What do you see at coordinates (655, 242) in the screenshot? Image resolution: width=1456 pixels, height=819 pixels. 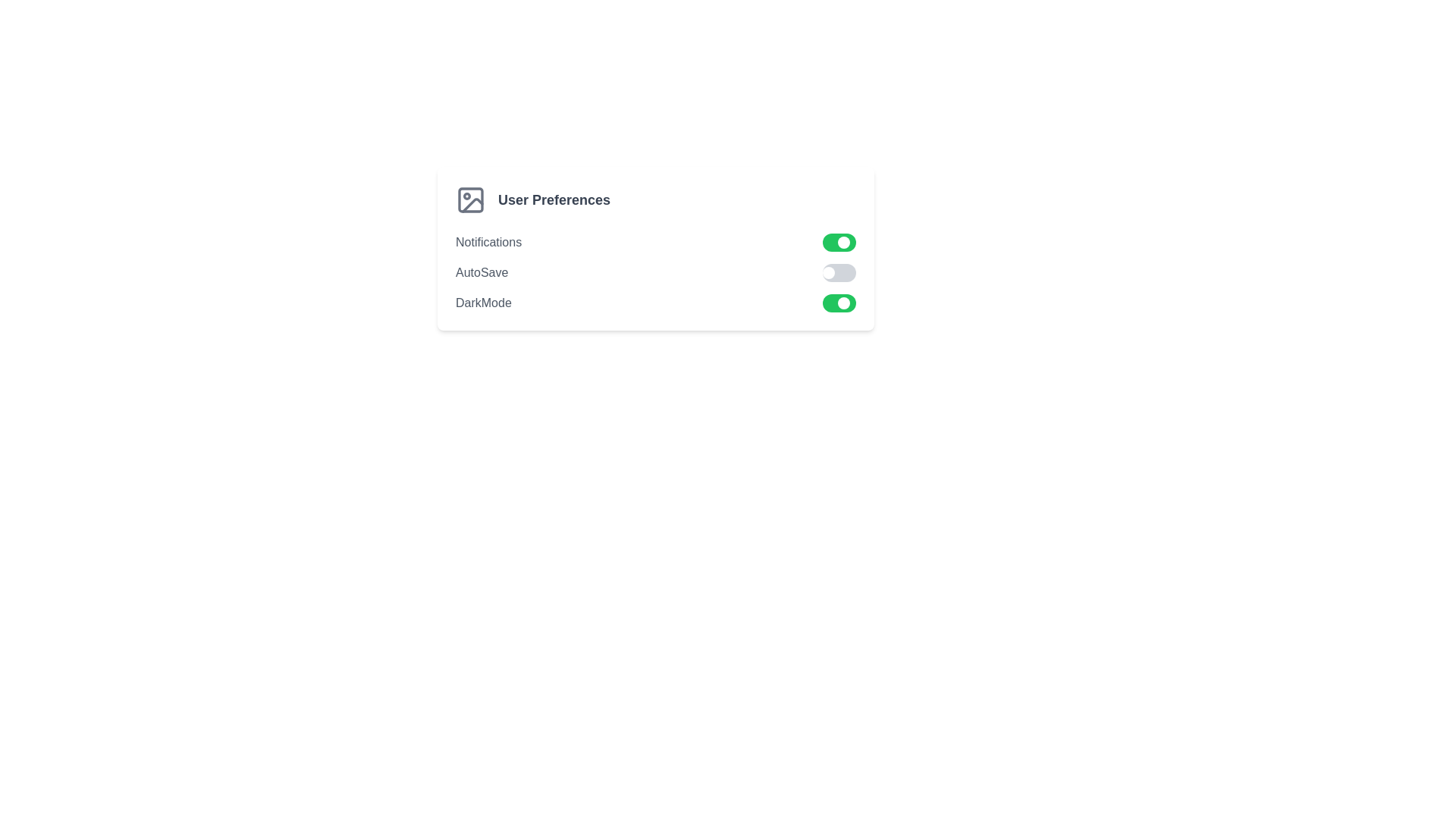 I see `the Toggleable Setting Row for notifications, which is the first row in the User Preferences settings list` at bounding box center [655, 242].